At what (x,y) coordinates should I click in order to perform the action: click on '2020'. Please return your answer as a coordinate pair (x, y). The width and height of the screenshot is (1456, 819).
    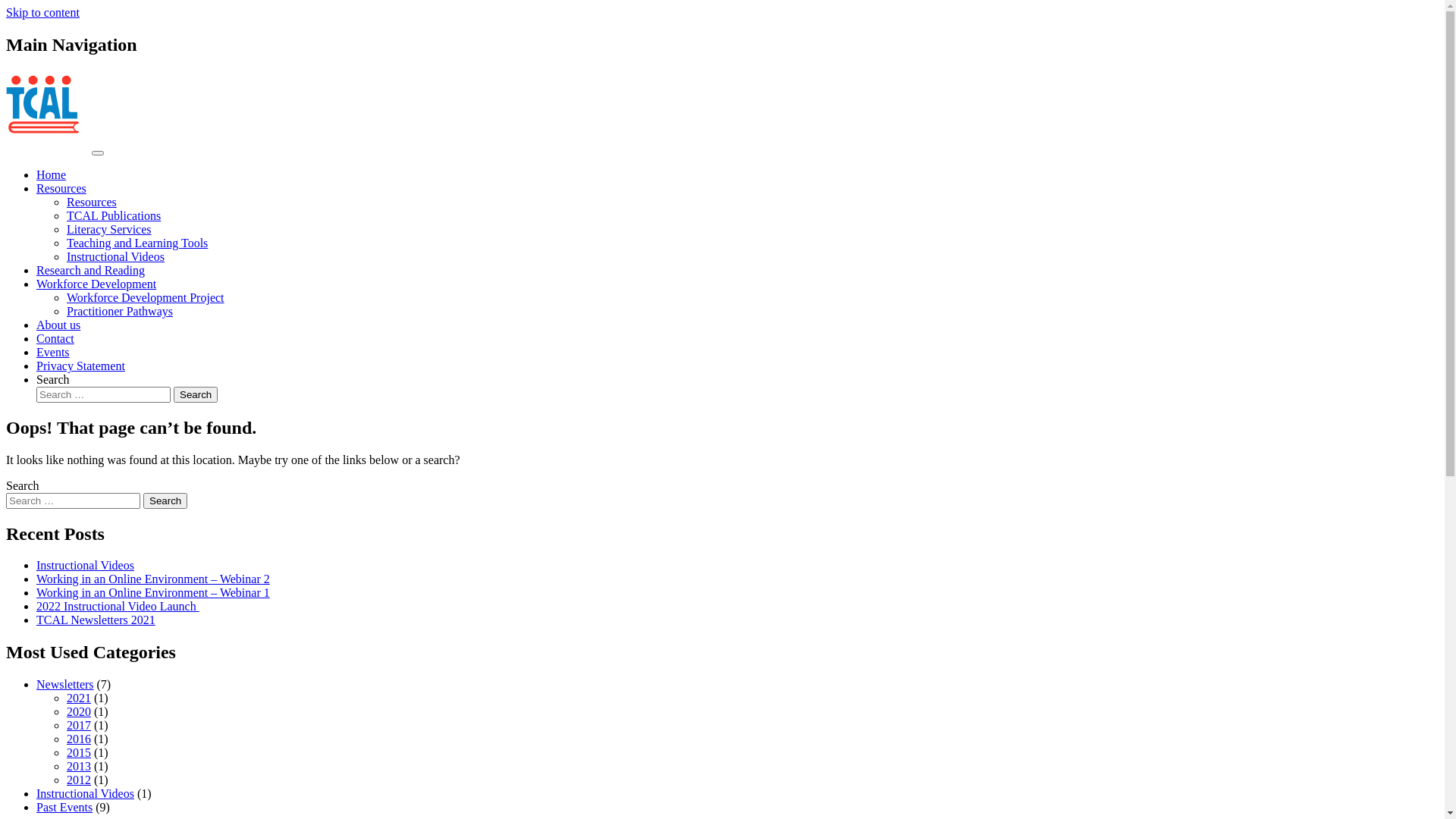
    Looking at the image, I should click on (78, 711).